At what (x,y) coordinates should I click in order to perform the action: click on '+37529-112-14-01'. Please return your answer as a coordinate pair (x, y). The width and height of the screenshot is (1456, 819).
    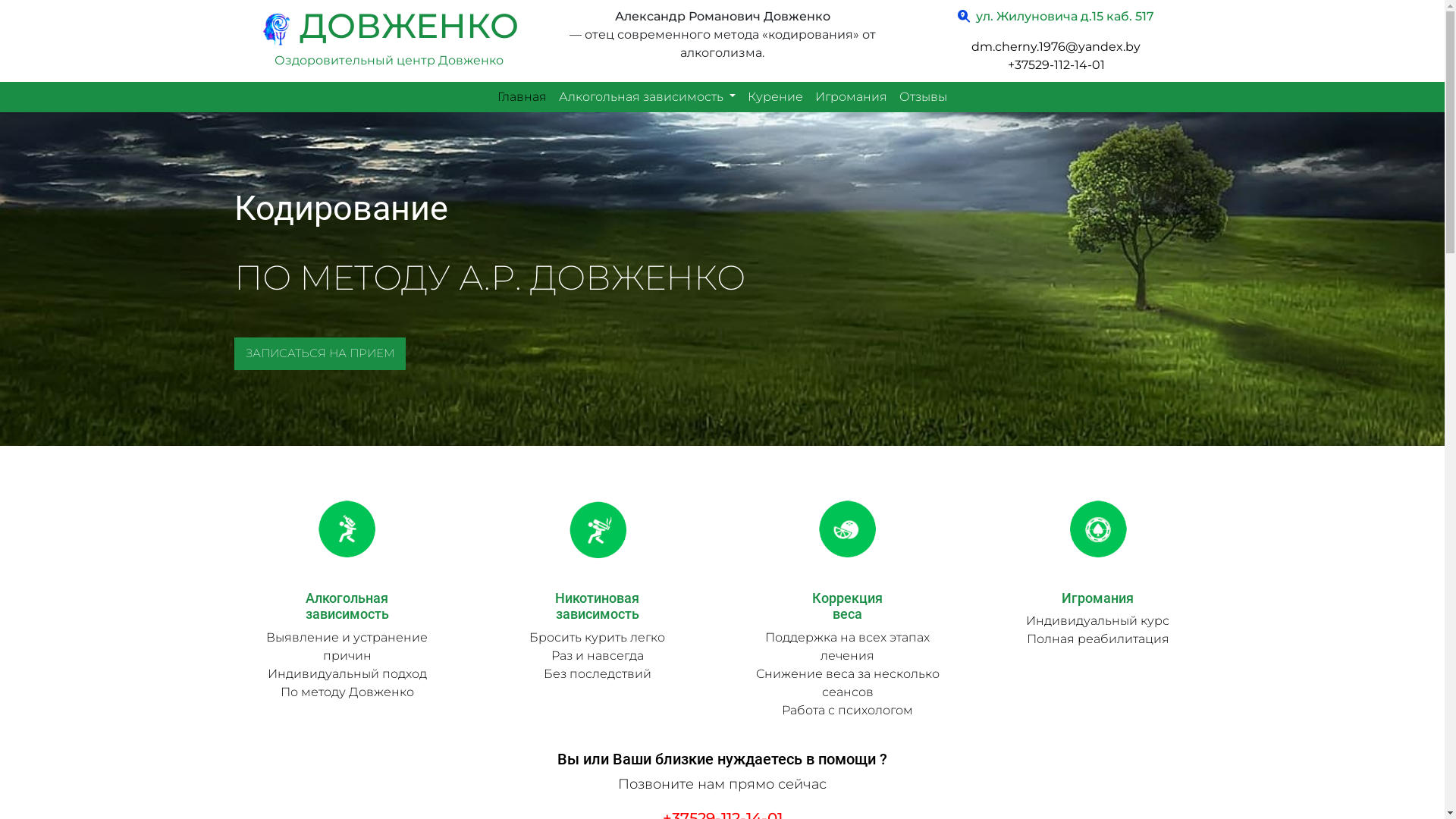
    Looking at the image, I should click on (1055, 64).